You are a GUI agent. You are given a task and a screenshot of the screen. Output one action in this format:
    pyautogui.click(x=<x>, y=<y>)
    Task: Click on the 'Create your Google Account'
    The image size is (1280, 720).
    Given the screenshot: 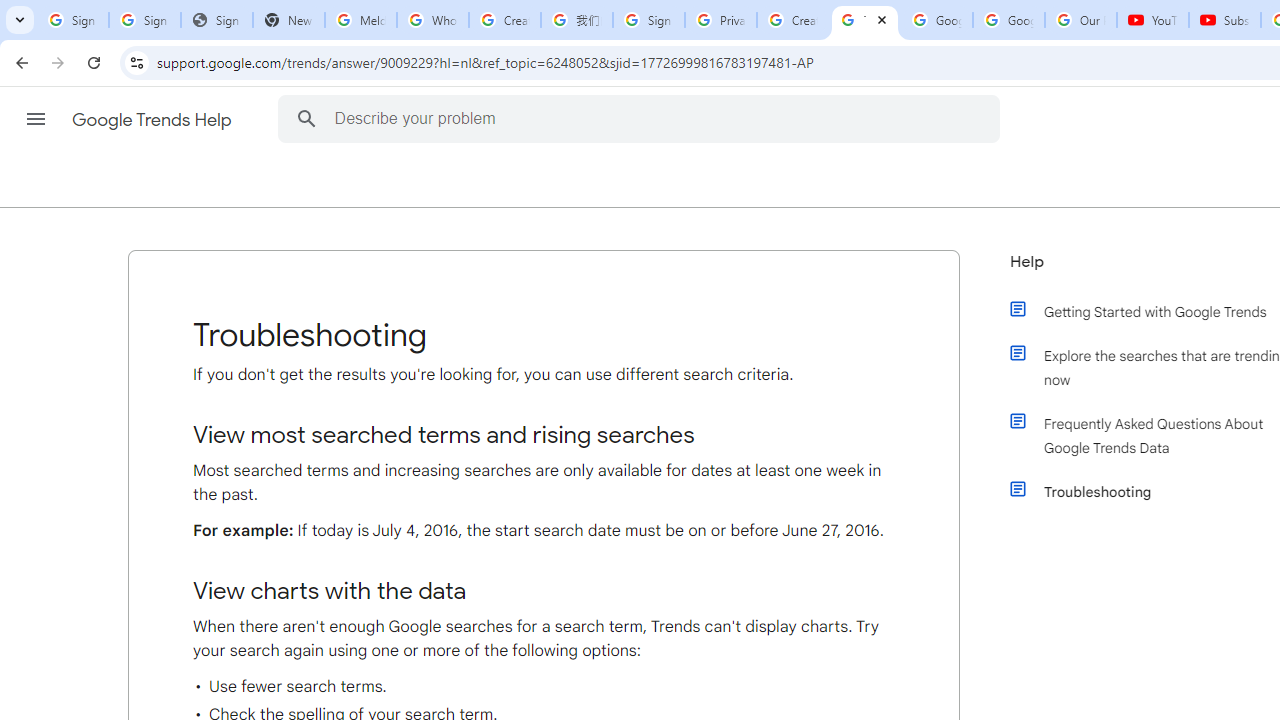 What is the action you would take?
    pyautogui.click(x=791, y=20)
    